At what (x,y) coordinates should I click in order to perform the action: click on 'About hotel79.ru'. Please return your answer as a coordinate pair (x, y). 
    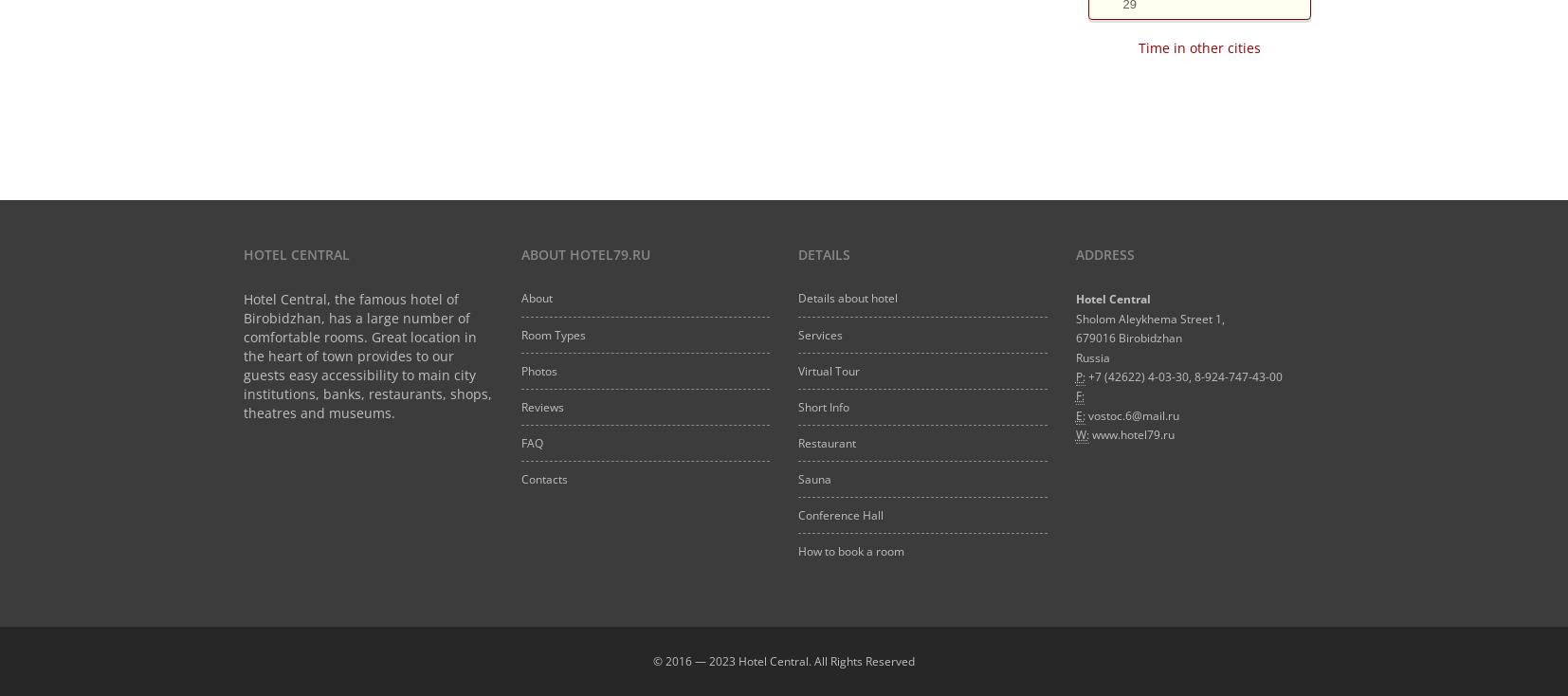
    Looking at the image, I should click on (584, 253).